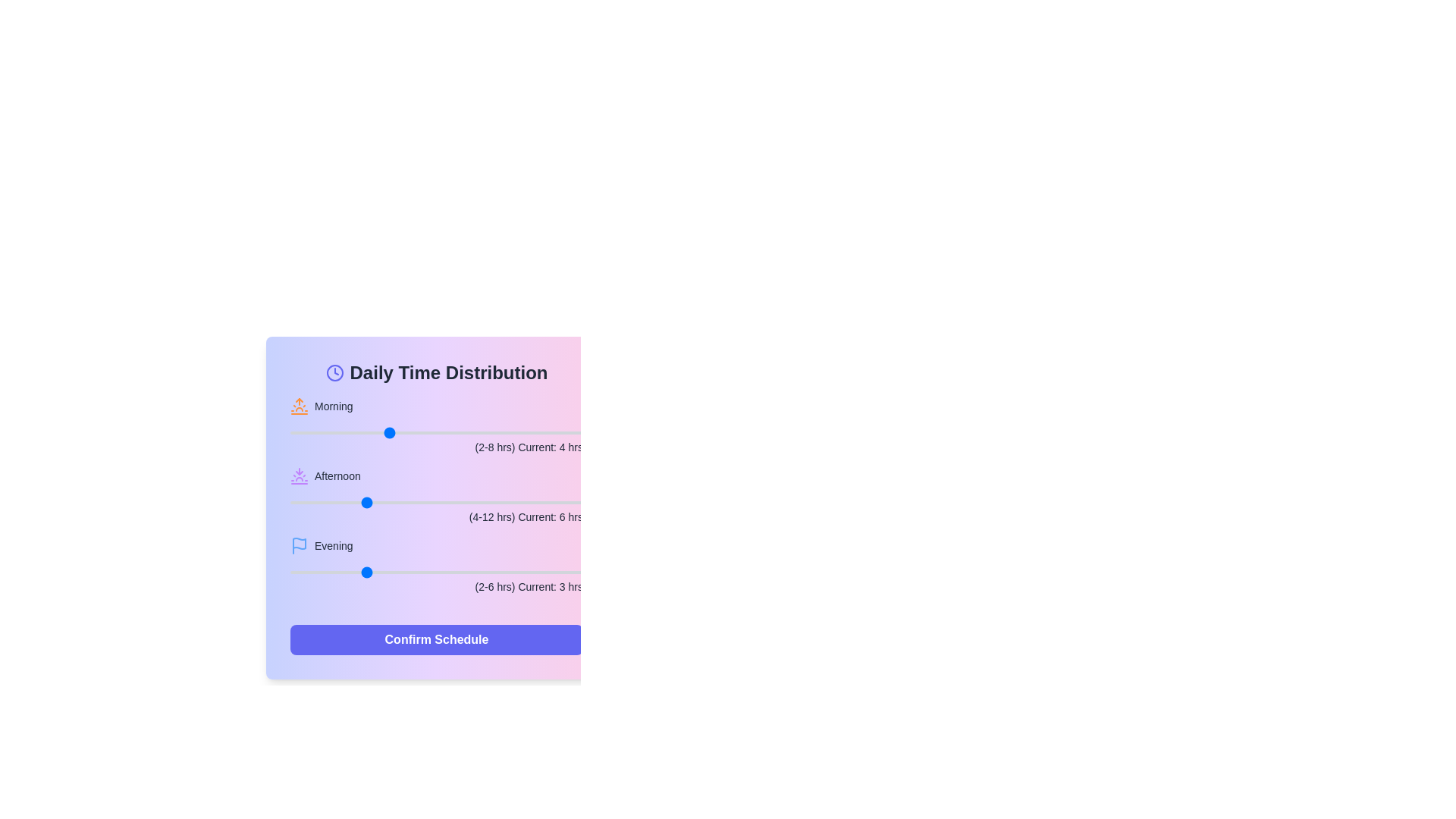 The image size is (1456, 819). What do you see at coordinates (534, 432) in the screenshot?
I see `the slider for morning hours` at bounding box center [534, 432].